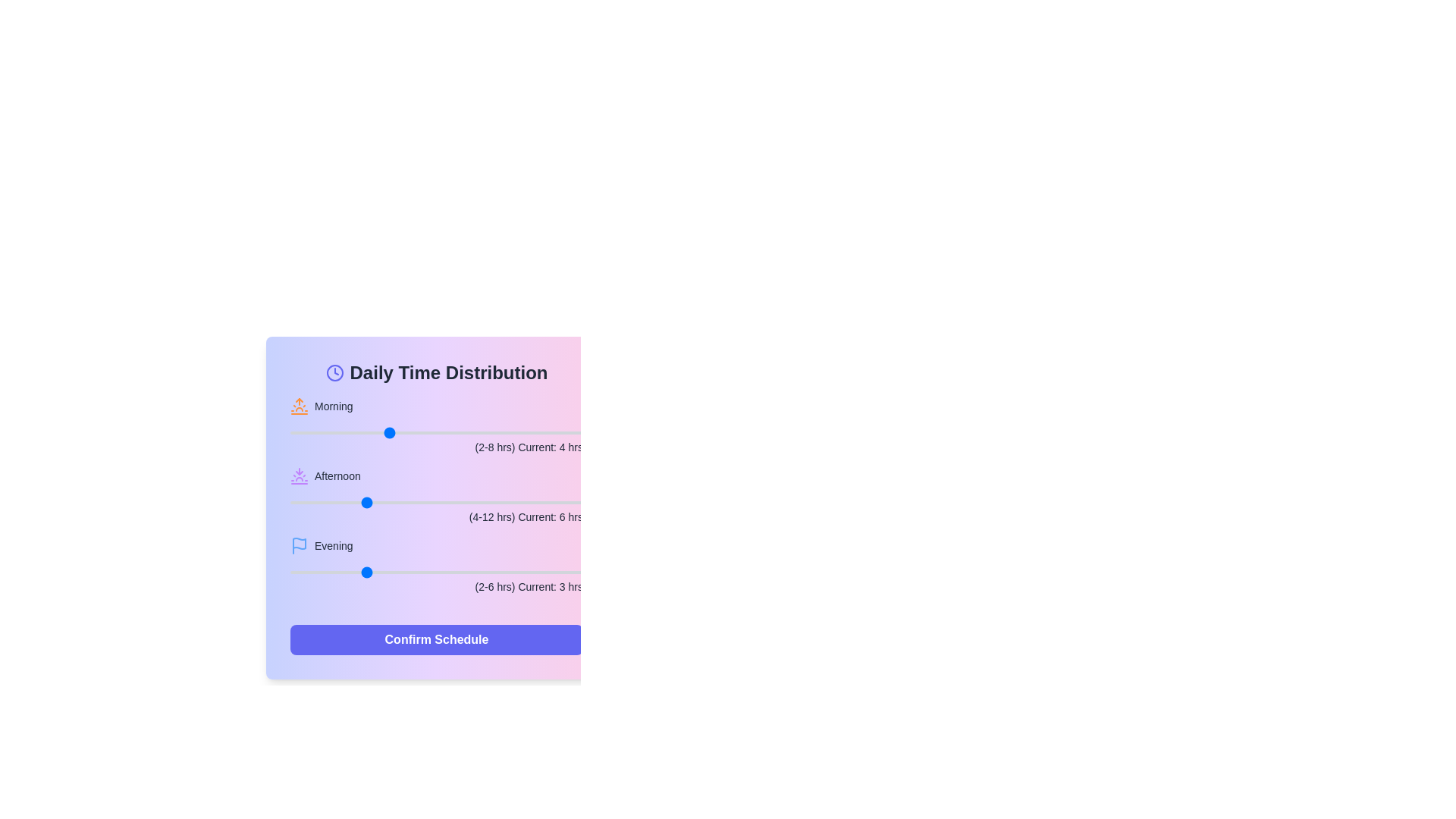 The image size is (1456, 819). What do you see at coordinates (534, 432) in the screenshot?
I see `the slider for morning hours` at bounding box center [534, 432].